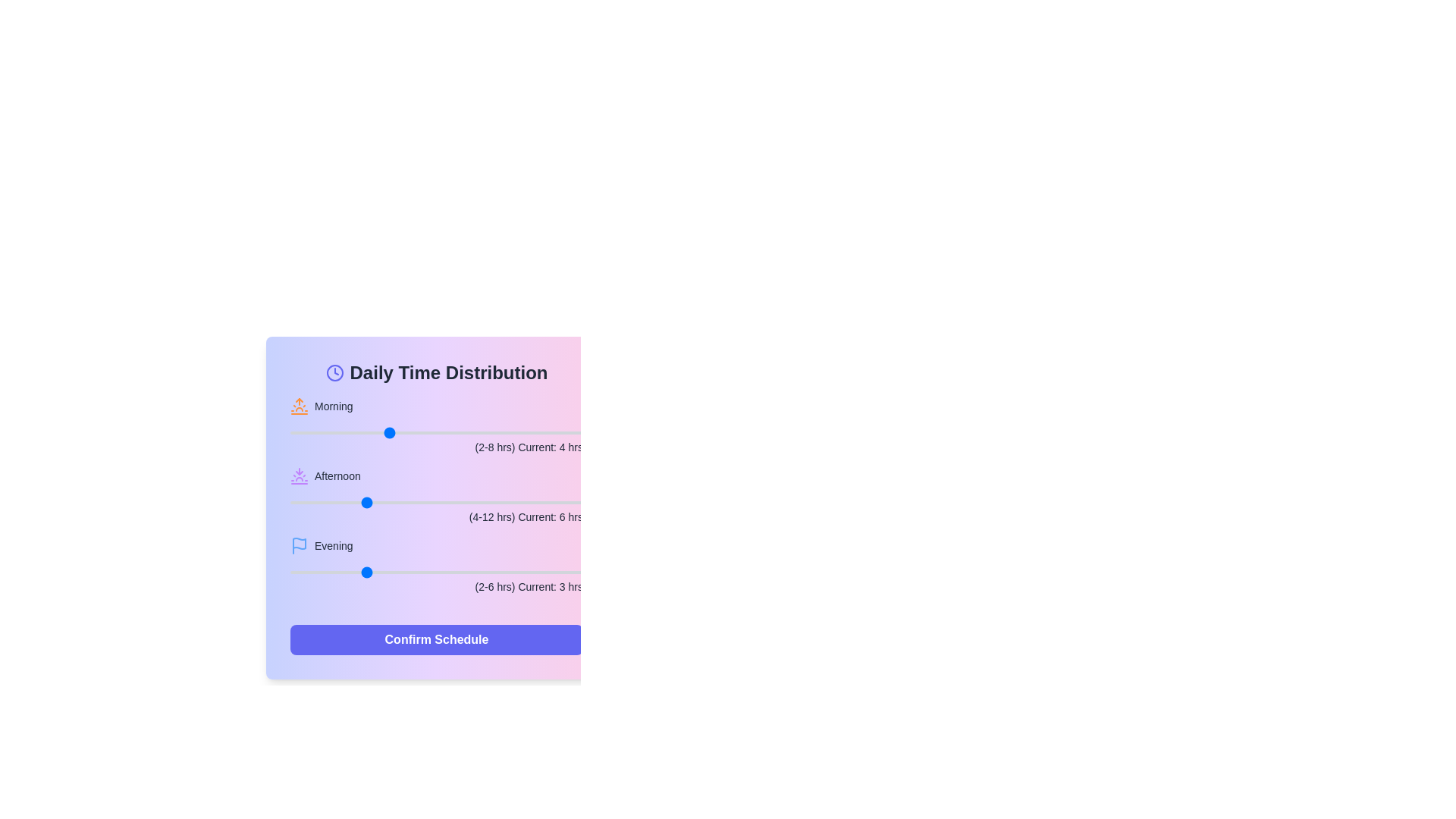 The image size is (1456, 819). What do you see at coordinates (534, 432) in the screenshot?
I see `the slider for morning hours` at bounding box center [534, 432].